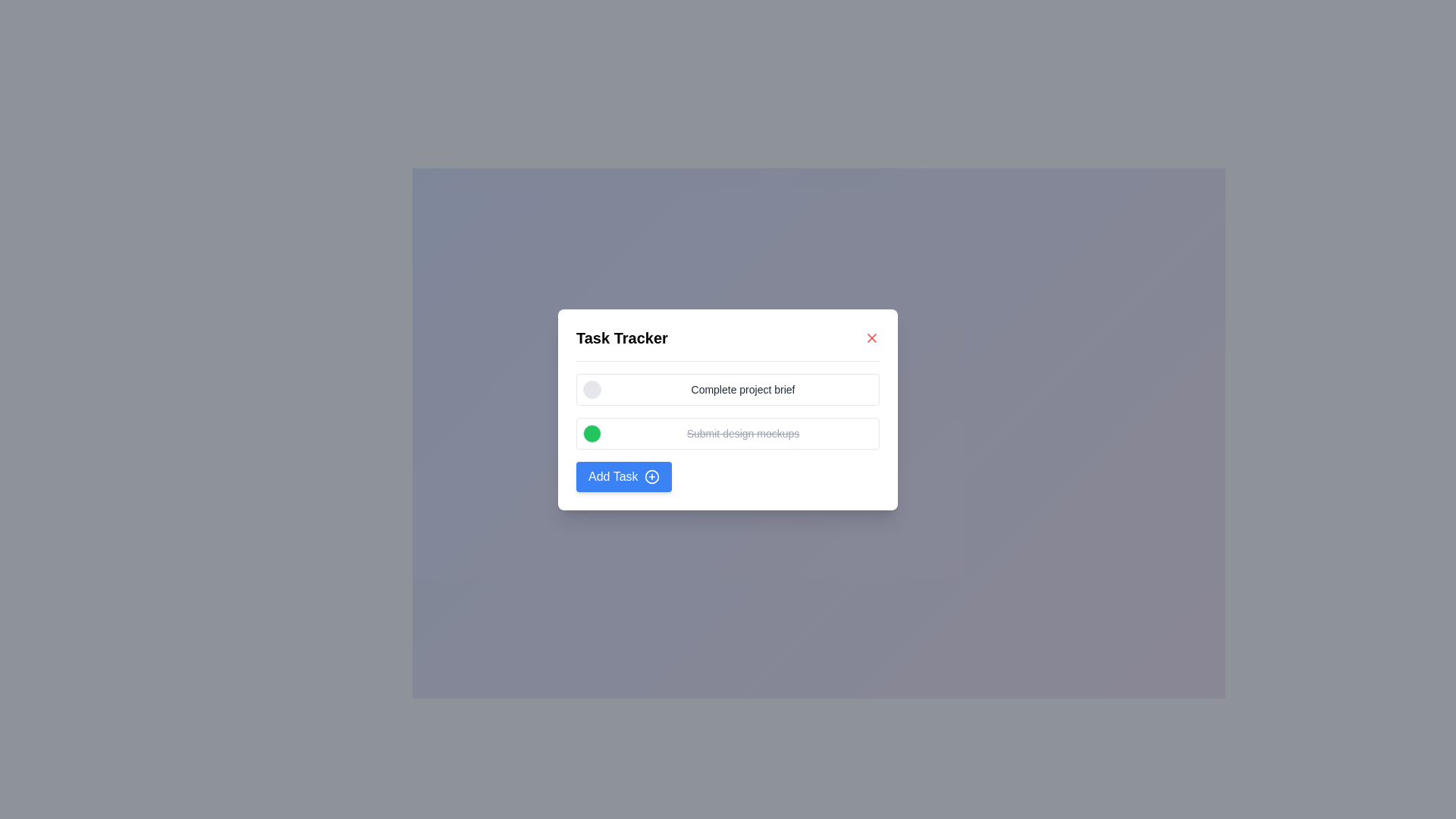 The image size is (1456, 819). I want to click on the circular plus symbol icon that is part of the 'Add Task' button, which is centrally located within a rectangular blue background, so click(651, 475).